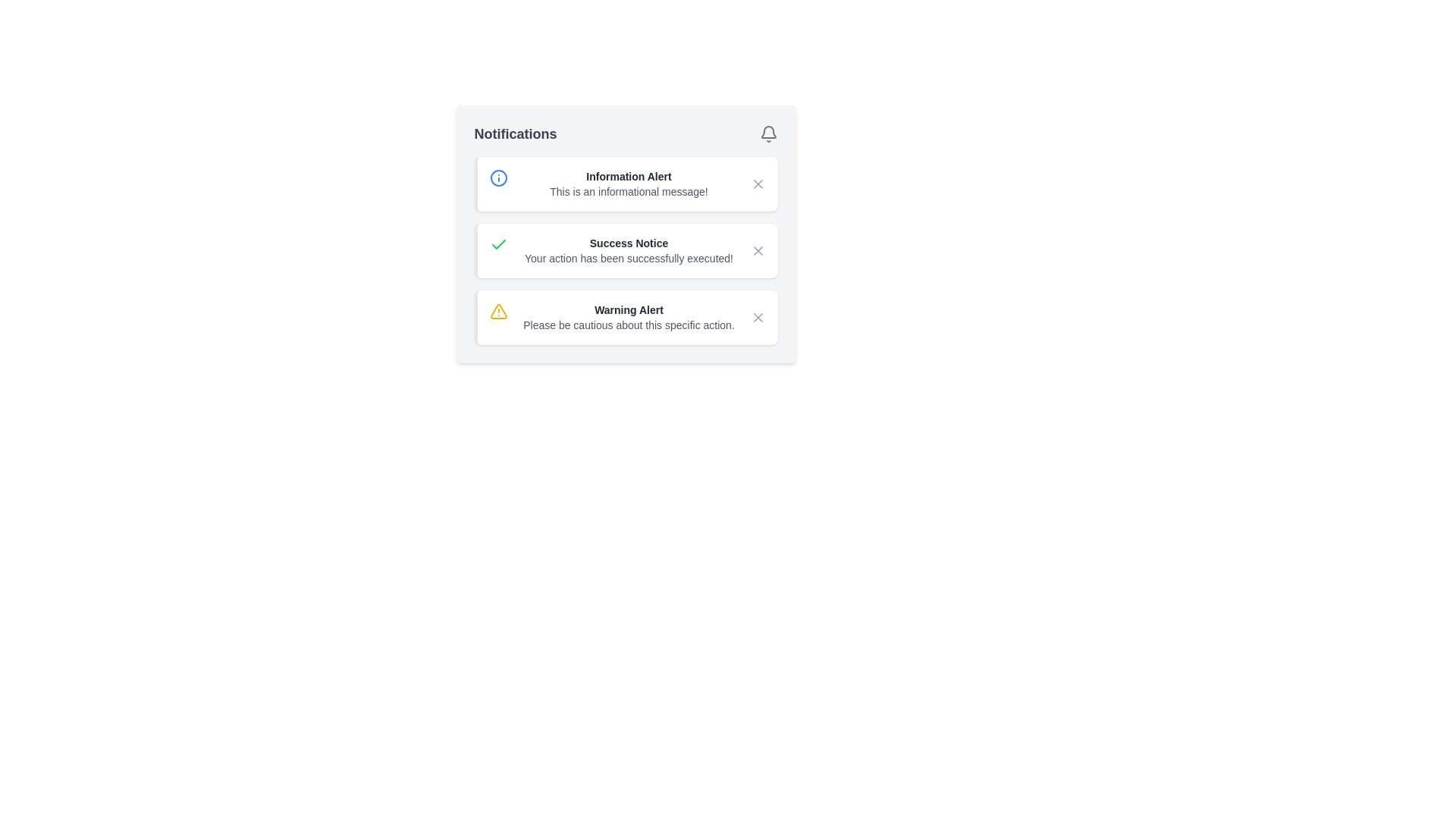  I want to click on the information alert symbol located, so click(498, 177).